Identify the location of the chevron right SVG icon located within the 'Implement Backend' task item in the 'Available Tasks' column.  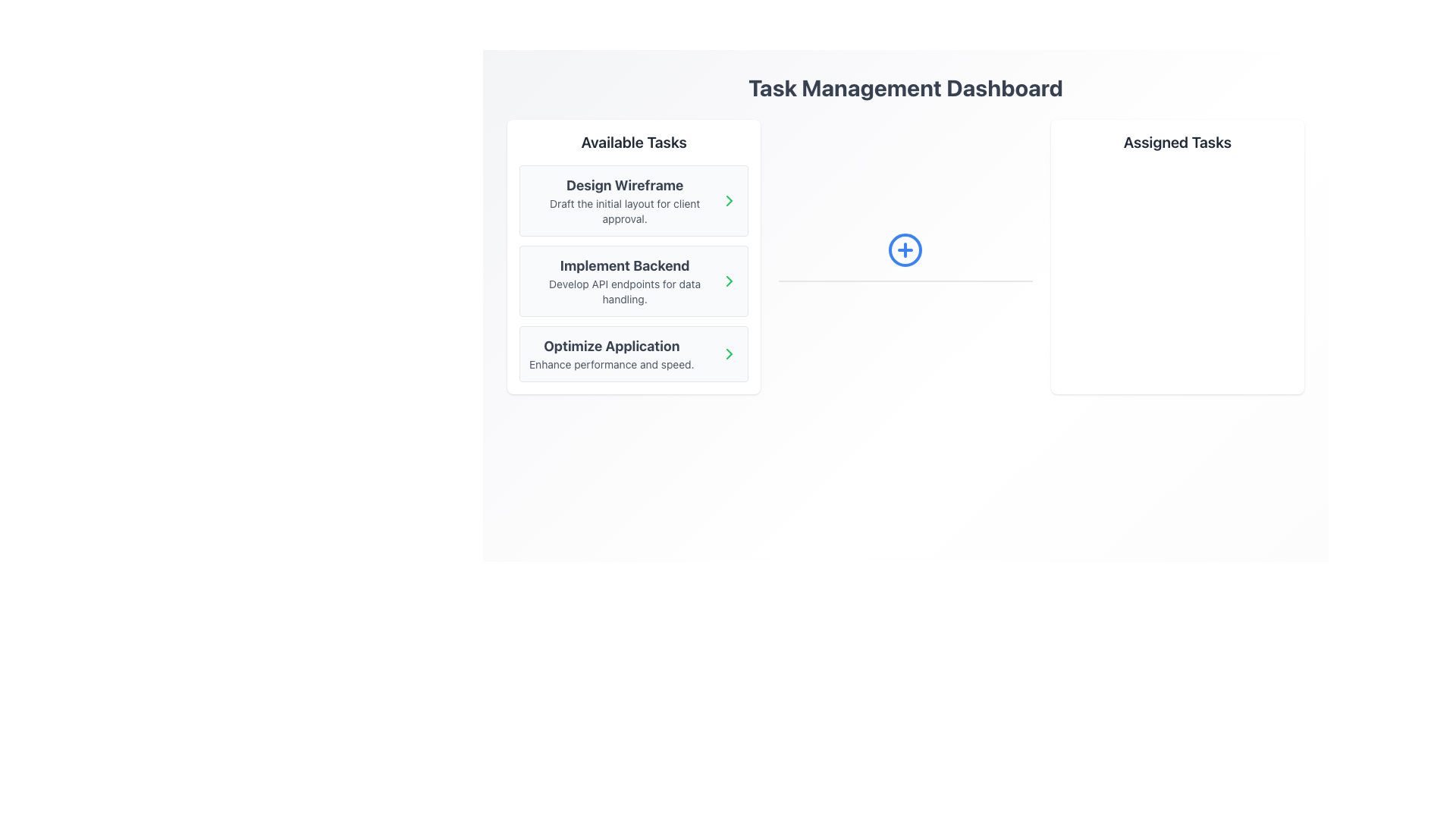
(730, 281).